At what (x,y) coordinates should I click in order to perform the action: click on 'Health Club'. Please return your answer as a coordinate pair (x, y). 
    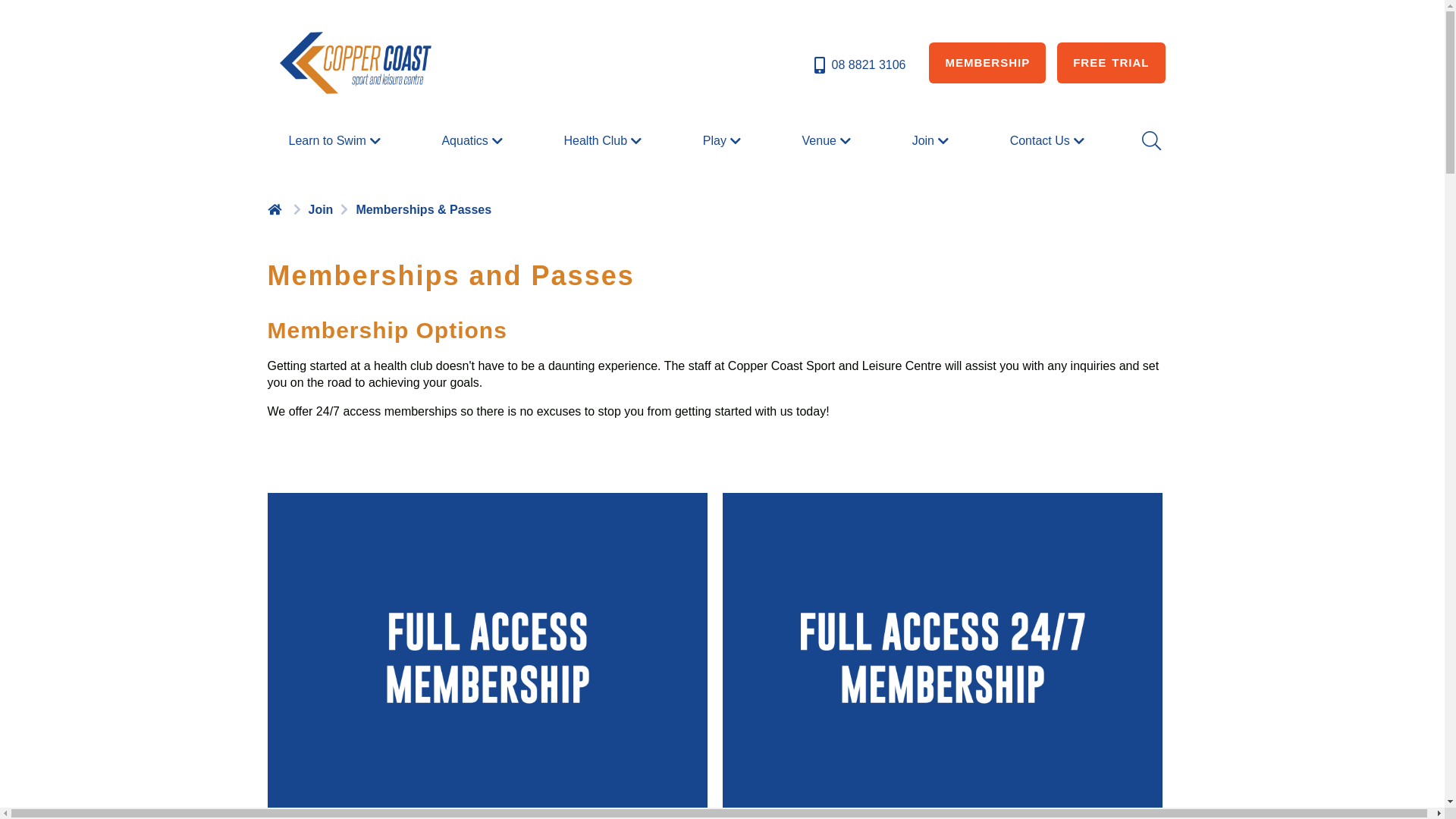
    Looking at the image, I should click on (603, 140).